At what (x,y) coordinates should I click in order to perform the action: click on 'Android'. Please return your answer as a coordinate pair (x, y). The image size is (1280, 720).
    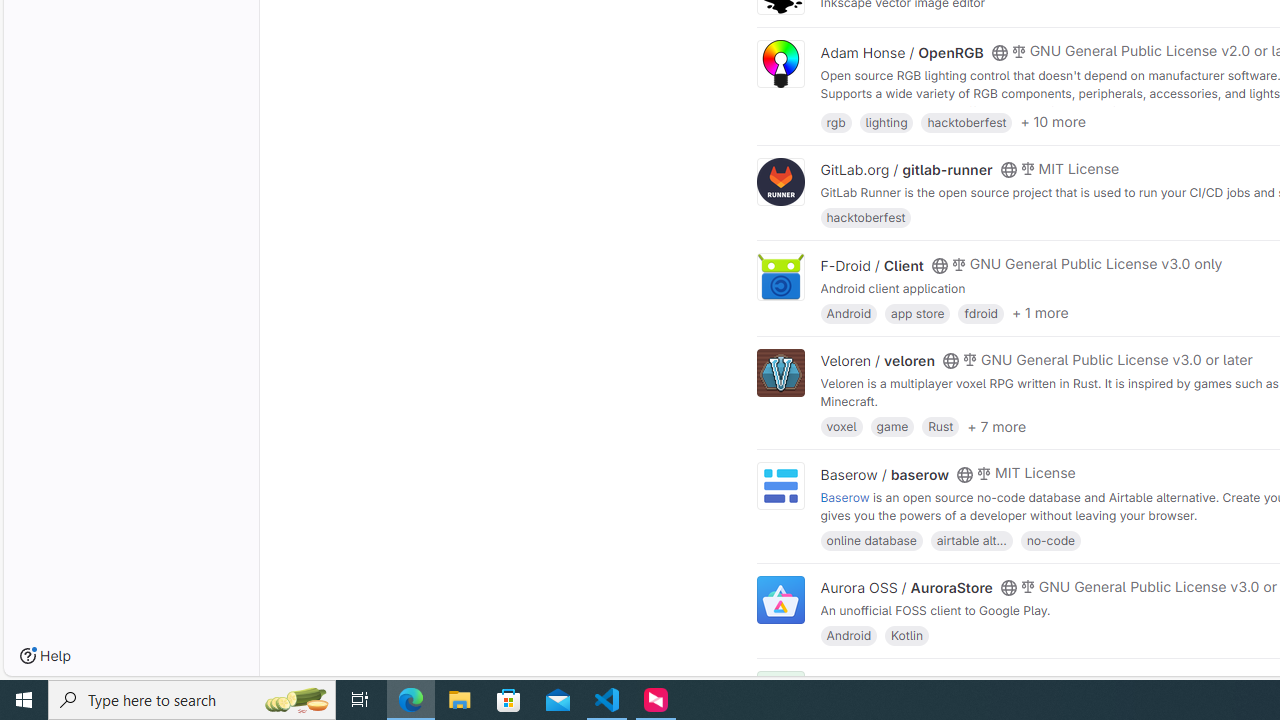
    Looking at the image, I should click on (848, 635).